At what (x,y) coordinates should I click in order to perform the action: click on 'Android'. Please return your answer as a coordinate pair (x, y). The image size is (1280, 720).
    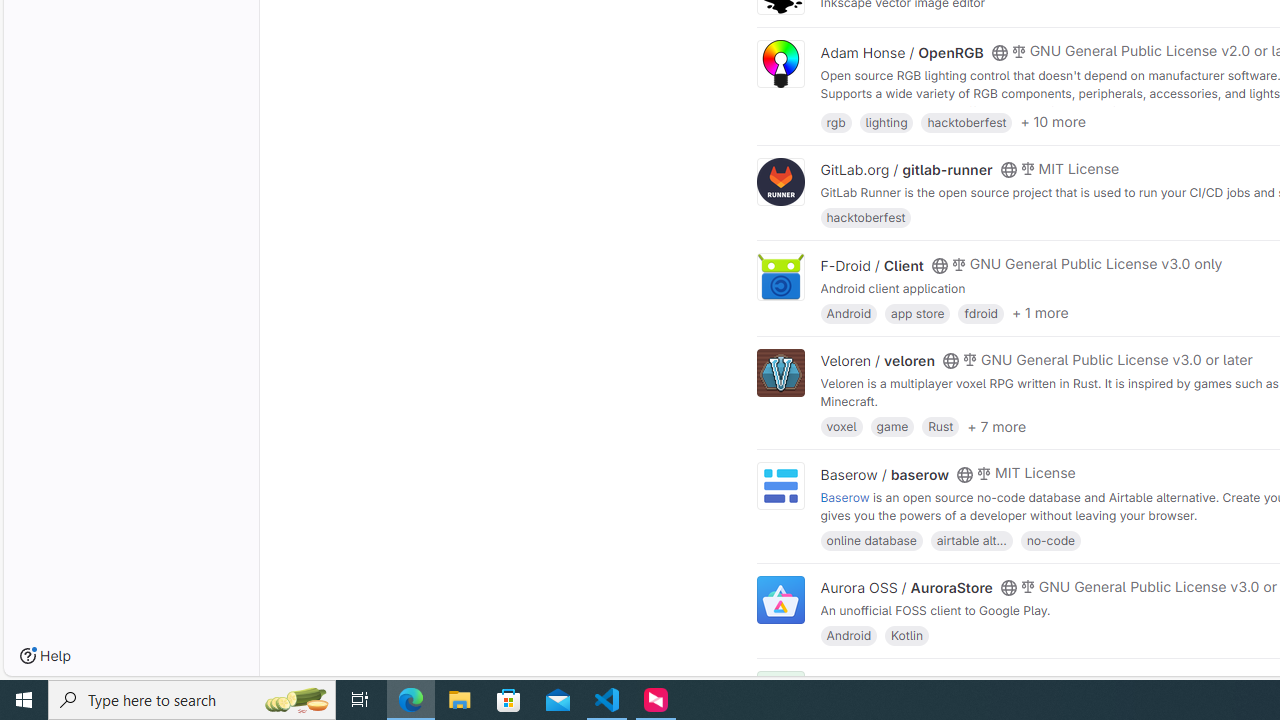
    Looking at the image, I should click on (848, 635).